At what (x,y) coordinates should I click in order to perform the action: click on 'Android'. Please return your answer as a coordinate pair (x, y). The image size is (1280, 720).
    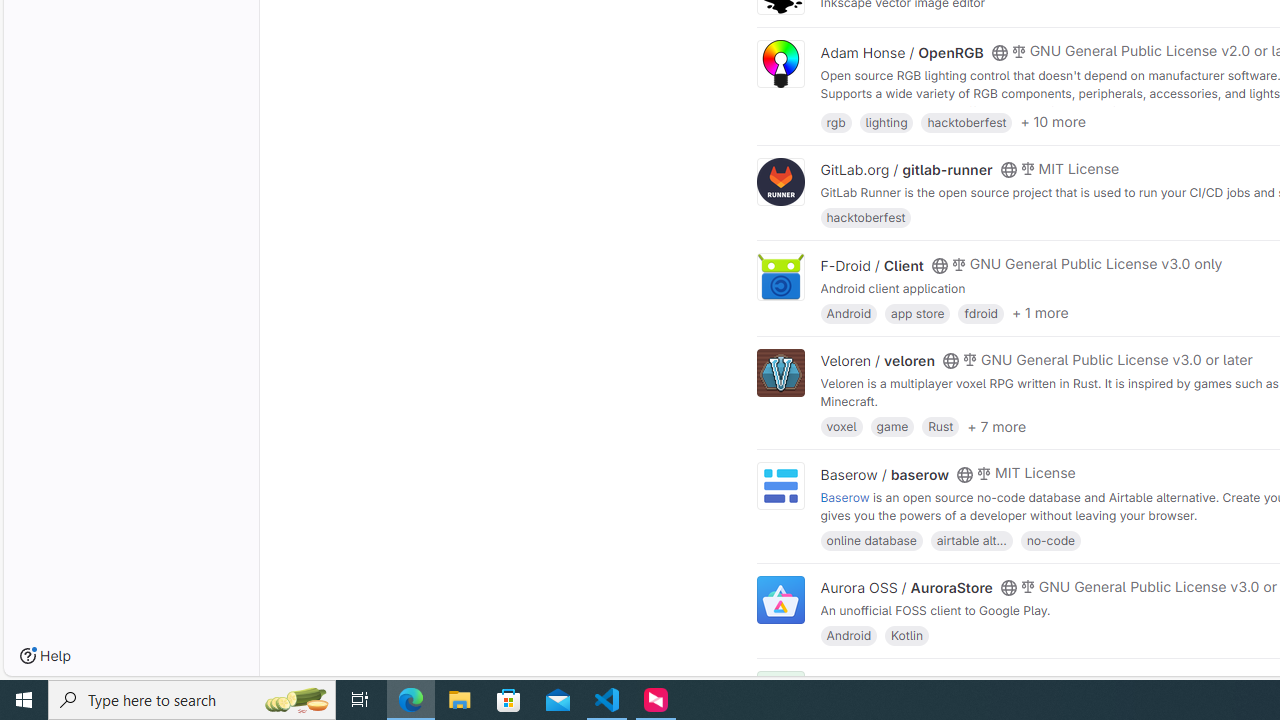
    Looking at the image, I should click on (848, 635).